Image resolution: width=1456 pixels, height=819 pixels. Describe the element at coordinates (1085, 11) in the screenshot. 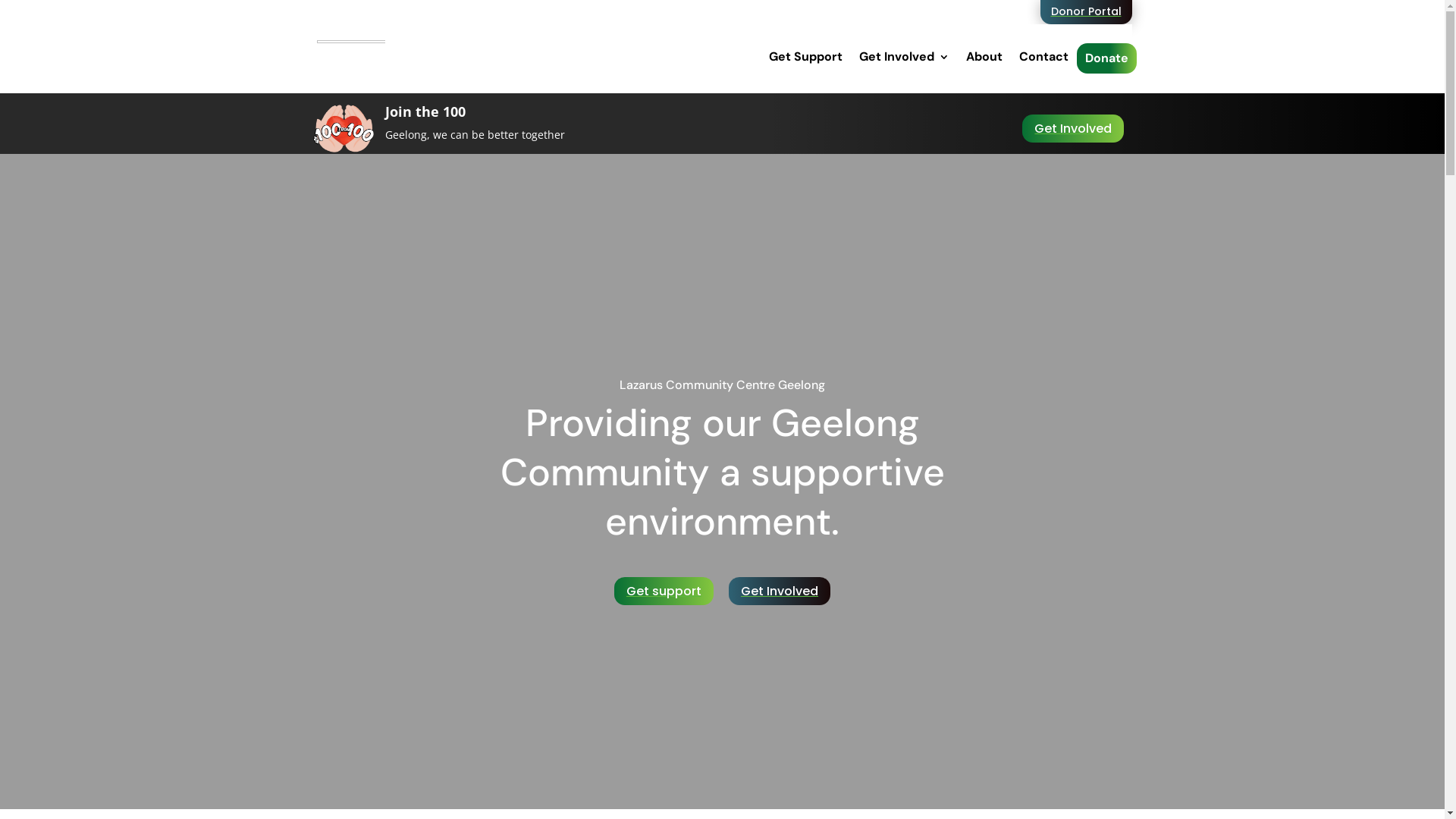

I see `'Donor Portal'` at that location.